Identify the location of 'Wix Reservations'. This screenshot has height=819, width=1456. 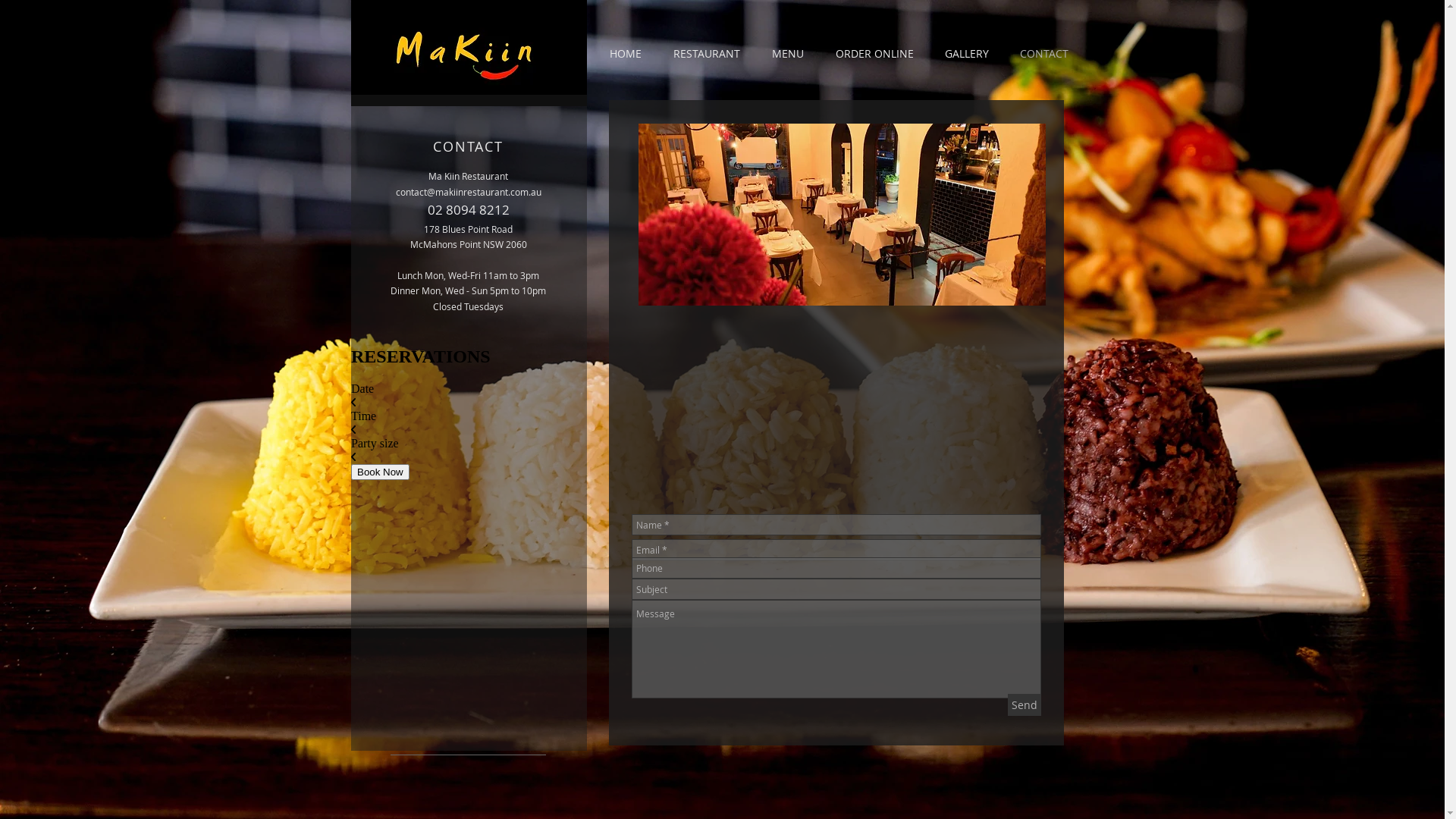
(467, 461).